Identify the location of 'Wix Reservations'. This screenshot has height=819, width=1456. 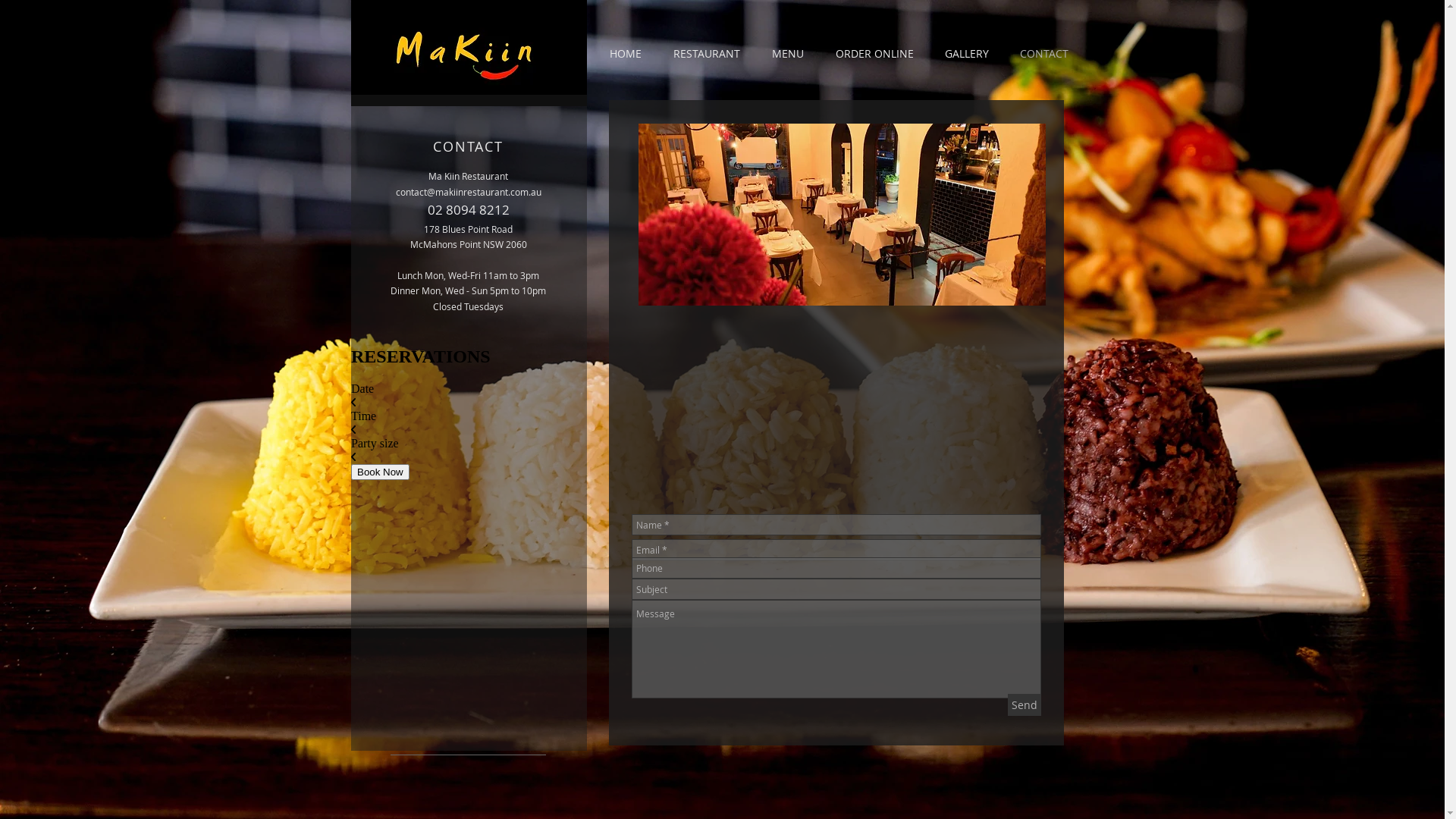
(467, 461).